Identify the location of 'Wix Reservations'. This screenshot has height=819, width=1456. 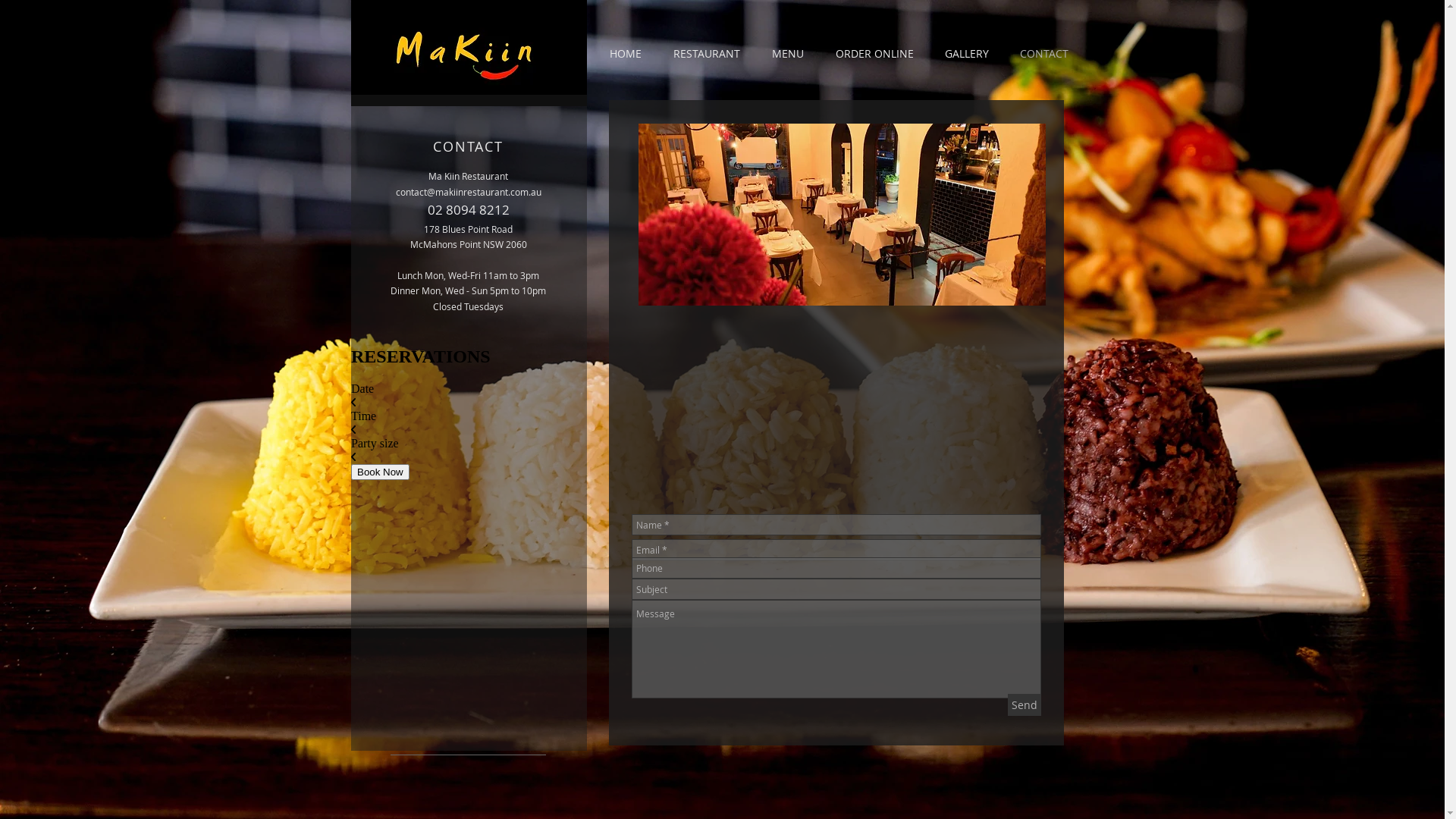
(467, 461).